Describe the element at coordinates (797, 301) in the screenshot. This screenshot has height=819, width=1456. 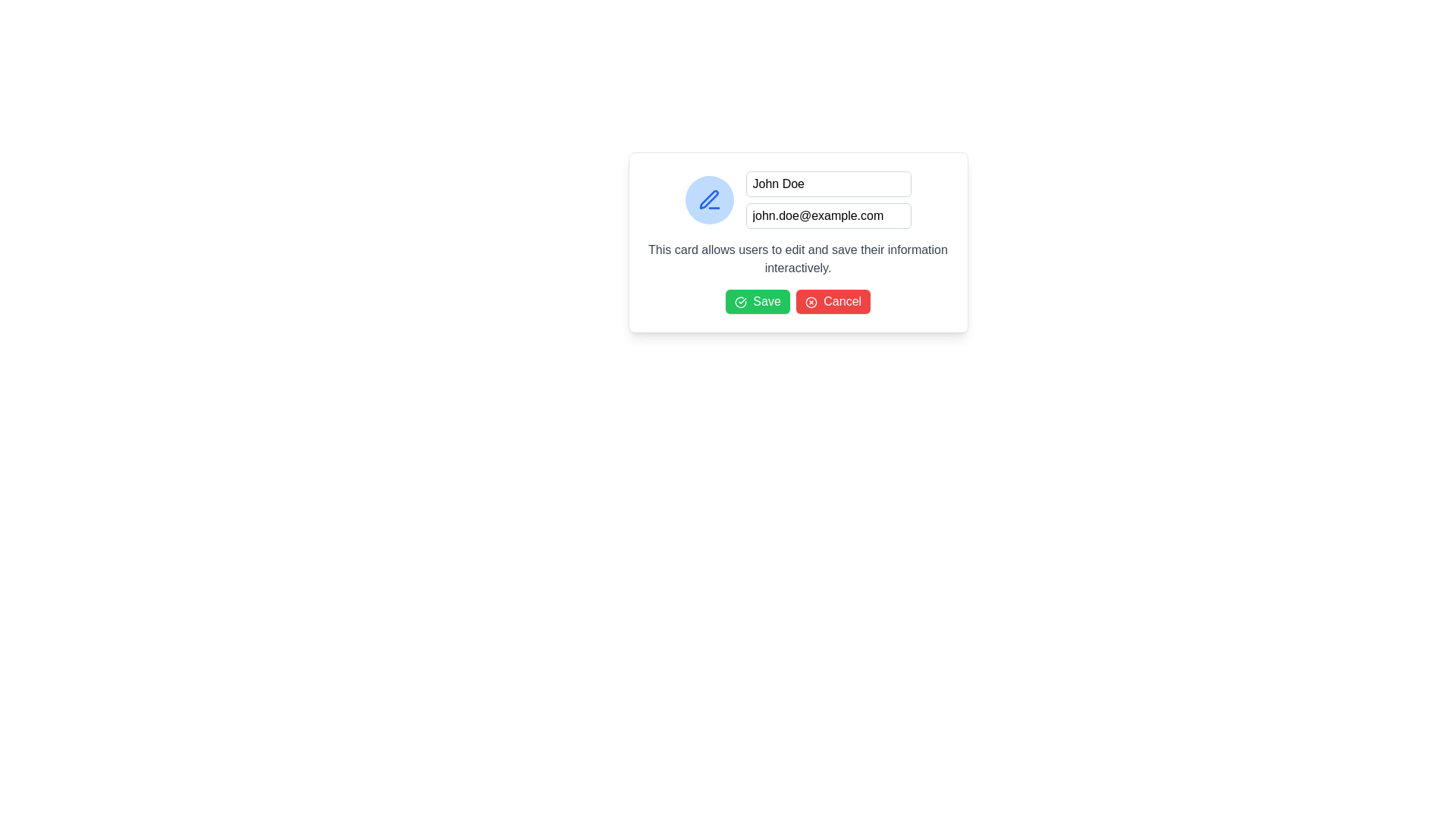
I see `the 'Cancel' button with a red background and white text, located at the bottom of the card layout, to discard changes` at that location.